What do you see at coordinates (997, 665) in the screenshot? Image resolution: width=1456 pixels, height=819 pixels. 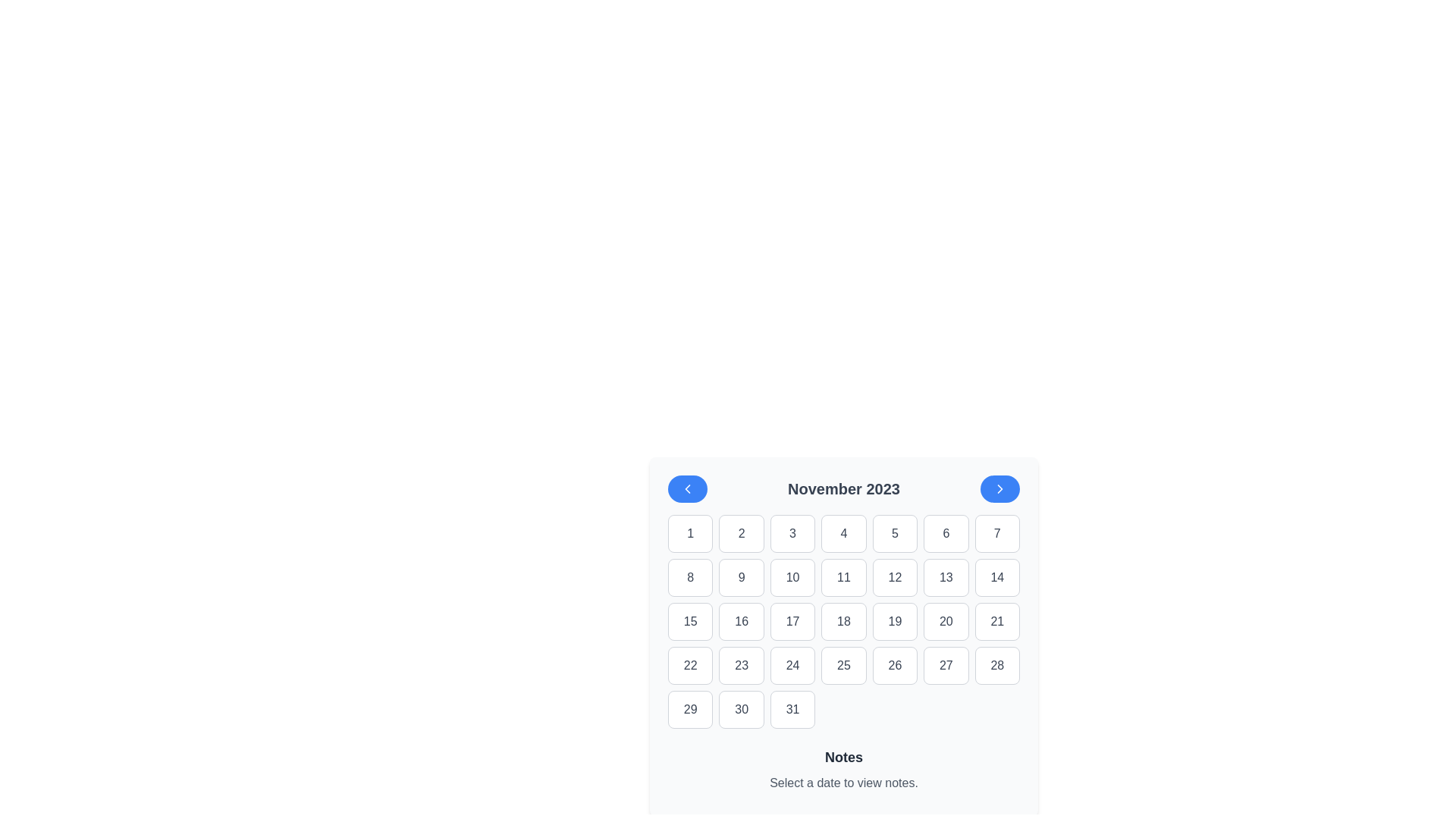 I see `the square-shaped button labeled '28' in the bottom row of the calendar grid for November 2023` at bounding box center [997, 665].